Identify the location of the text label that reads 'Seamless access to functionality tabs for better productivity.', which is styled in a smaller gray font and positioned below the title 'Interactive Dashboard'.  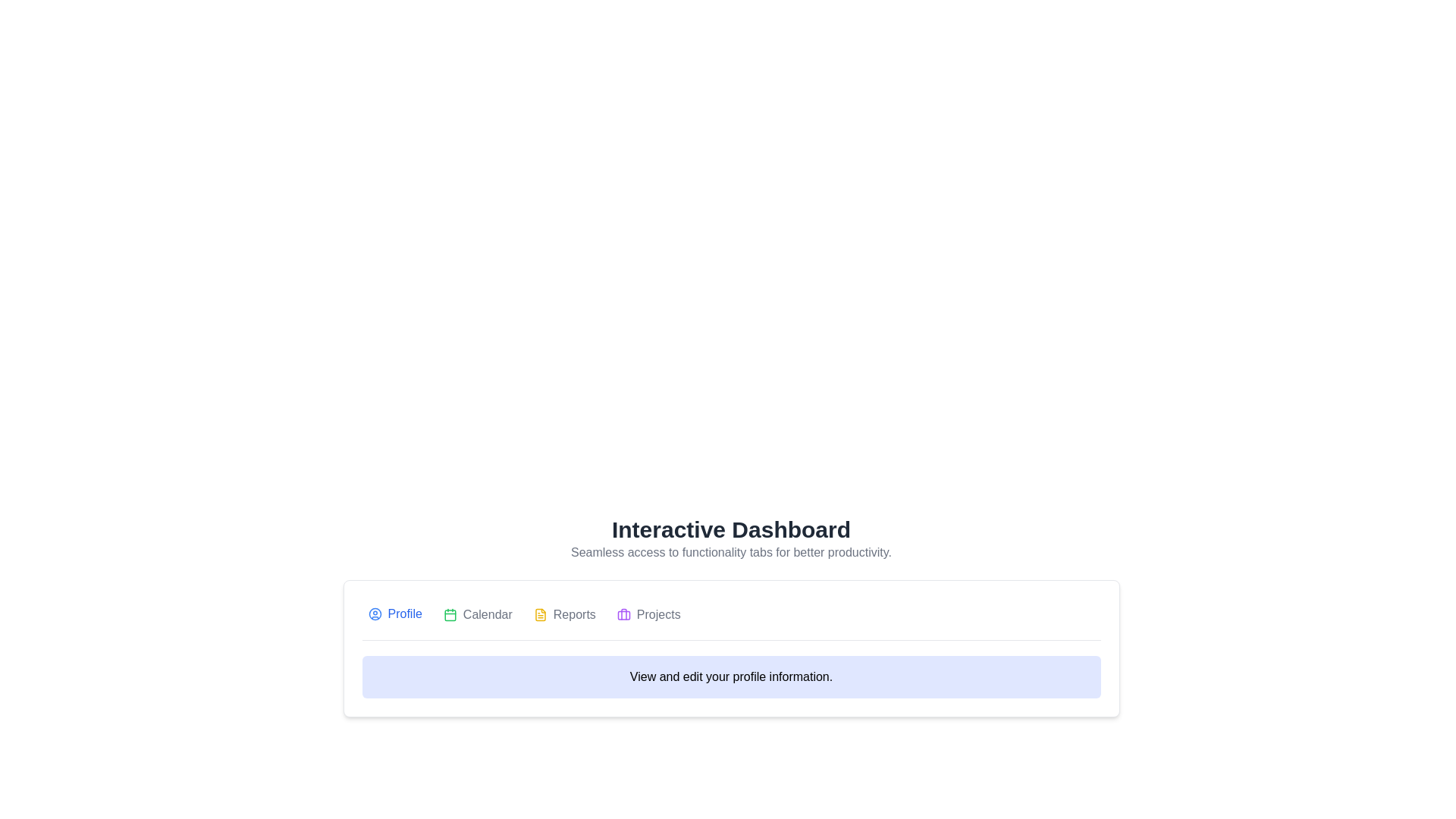
(731, 553).